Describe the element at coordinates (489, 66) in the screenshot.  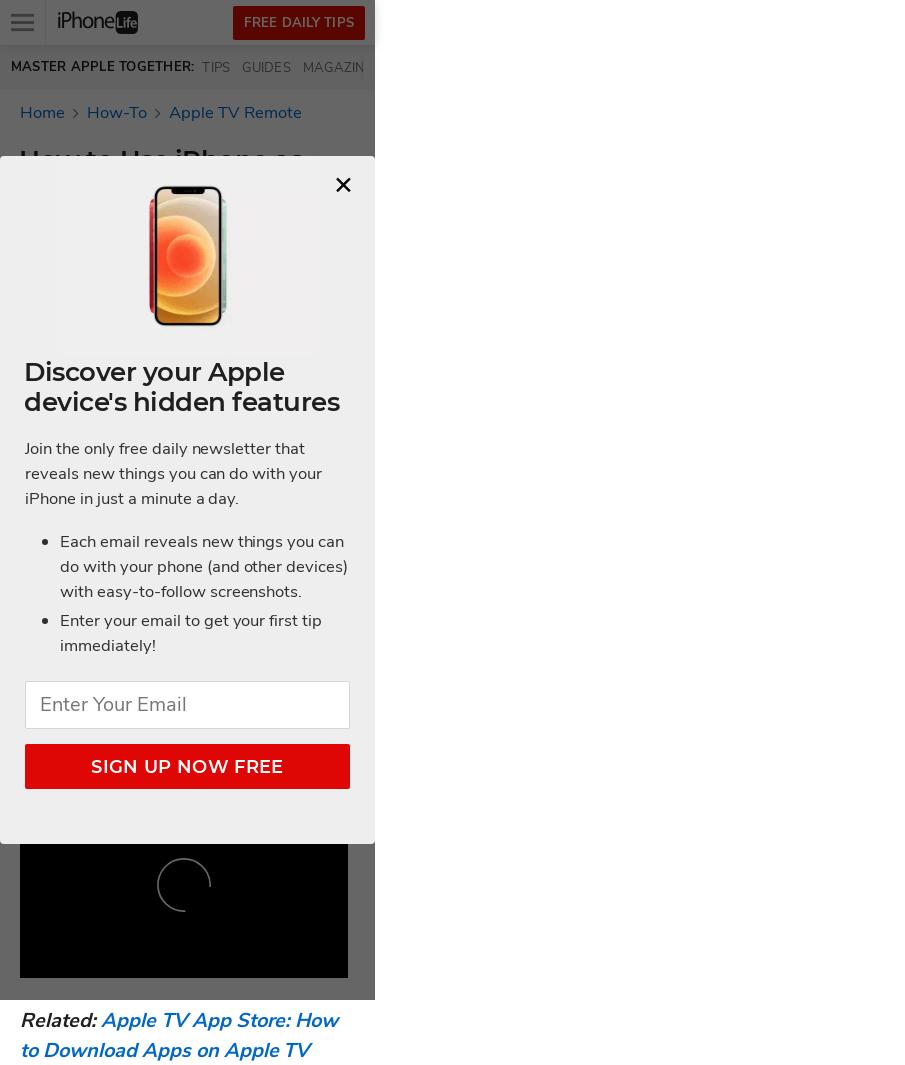
I see `'Podcast'` at that location.